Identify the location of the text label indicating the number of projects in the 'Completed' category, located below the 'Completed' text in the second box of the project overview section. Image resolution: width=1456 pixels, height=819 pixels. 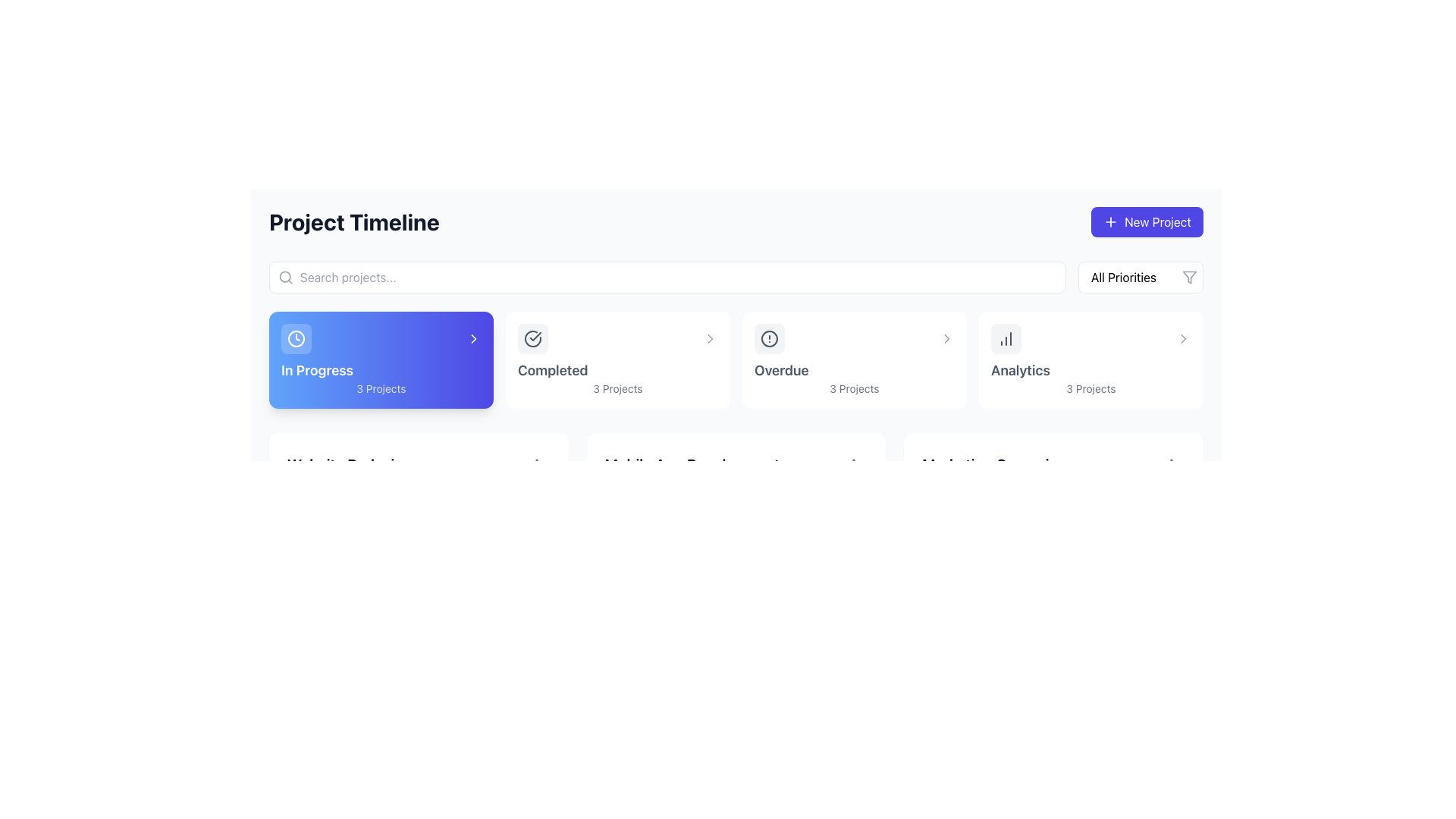
(618, 388).